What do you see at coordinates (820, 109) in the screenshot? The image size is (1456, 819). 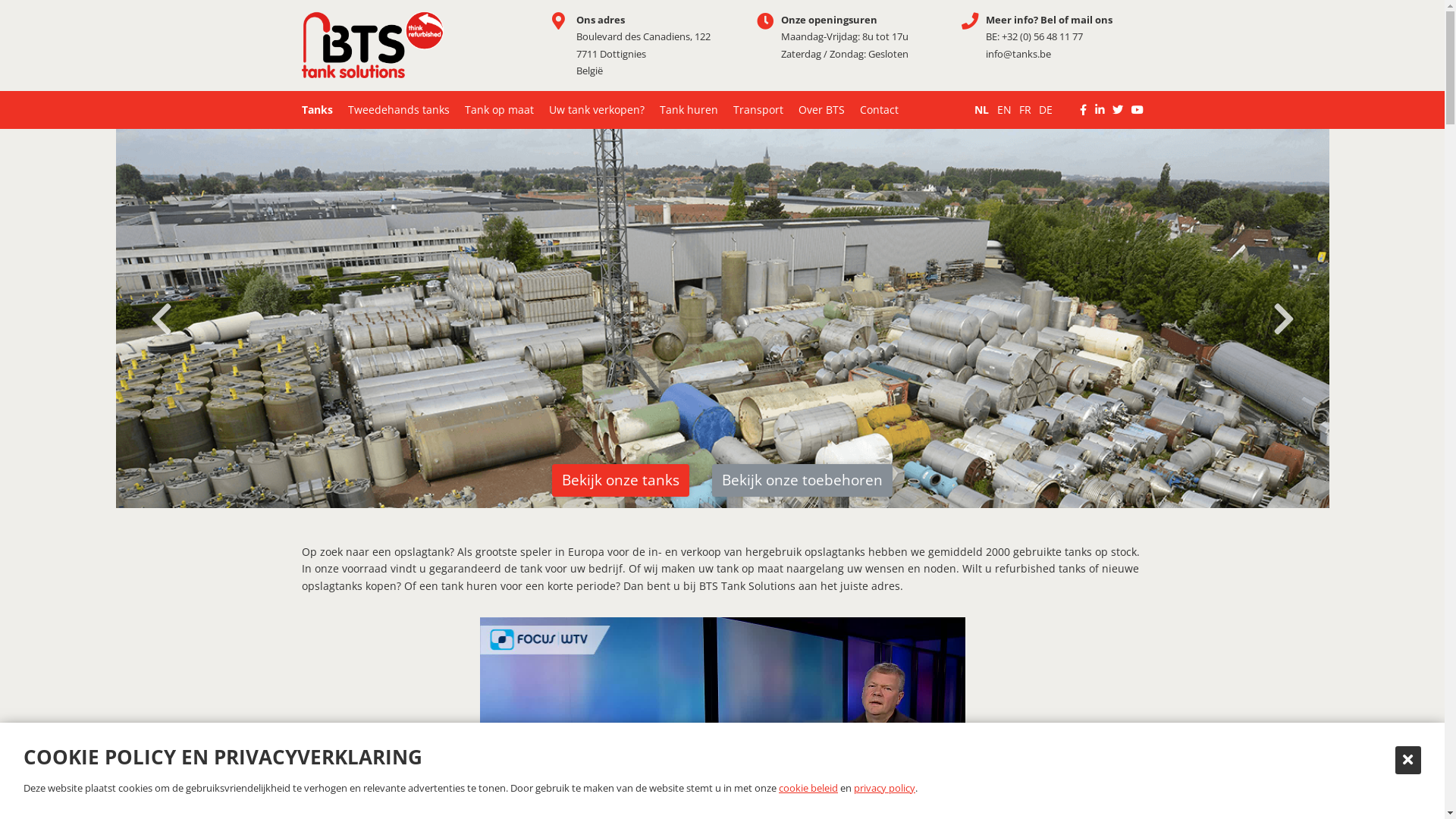 I see `'Over BTS'` at bounding box center [820, 109].